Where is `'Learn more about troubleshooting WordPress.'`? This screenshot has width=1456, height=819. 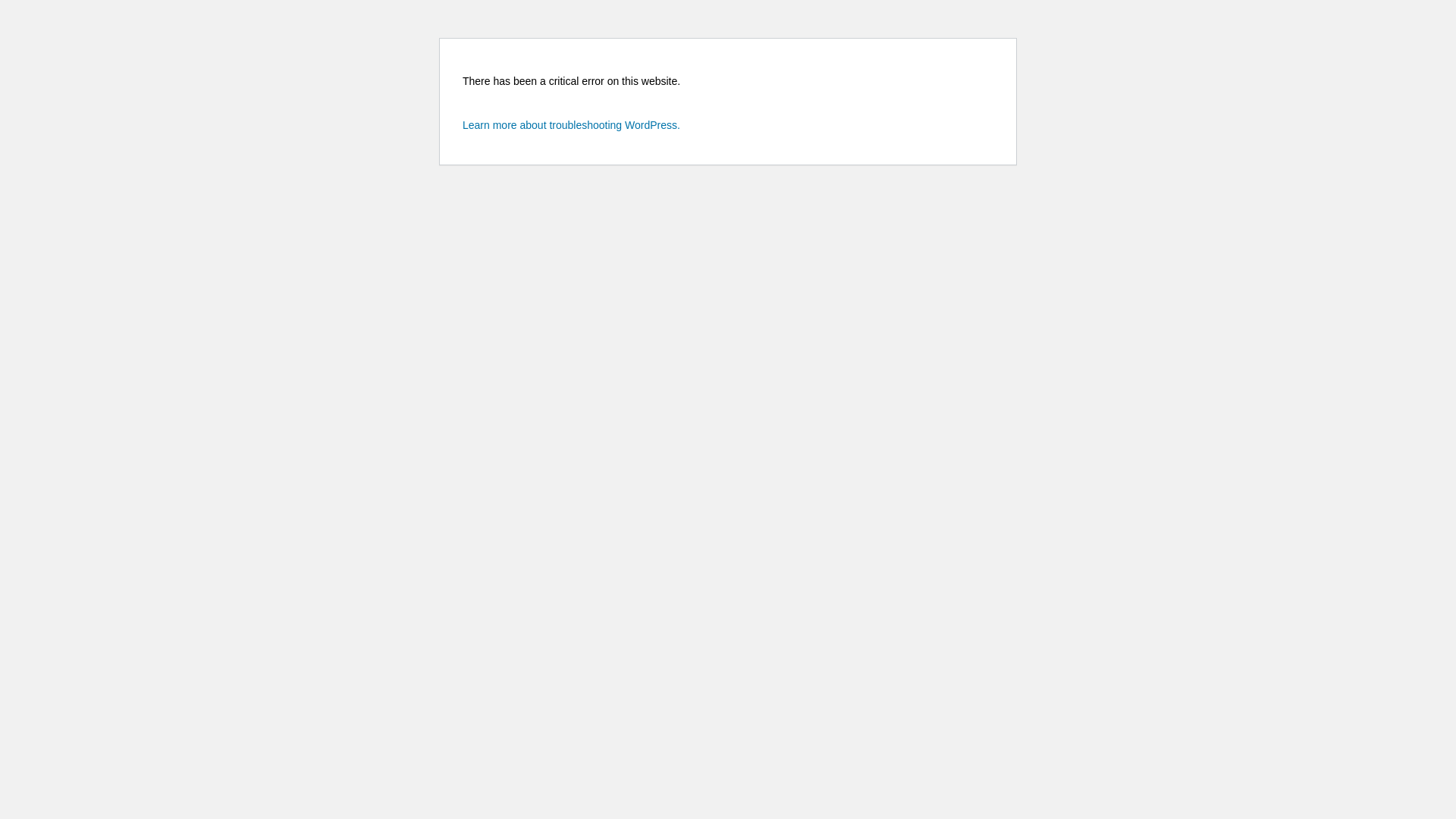 'Learn more about troubleshooting WordPress.' is located at coordinates (570, 124).